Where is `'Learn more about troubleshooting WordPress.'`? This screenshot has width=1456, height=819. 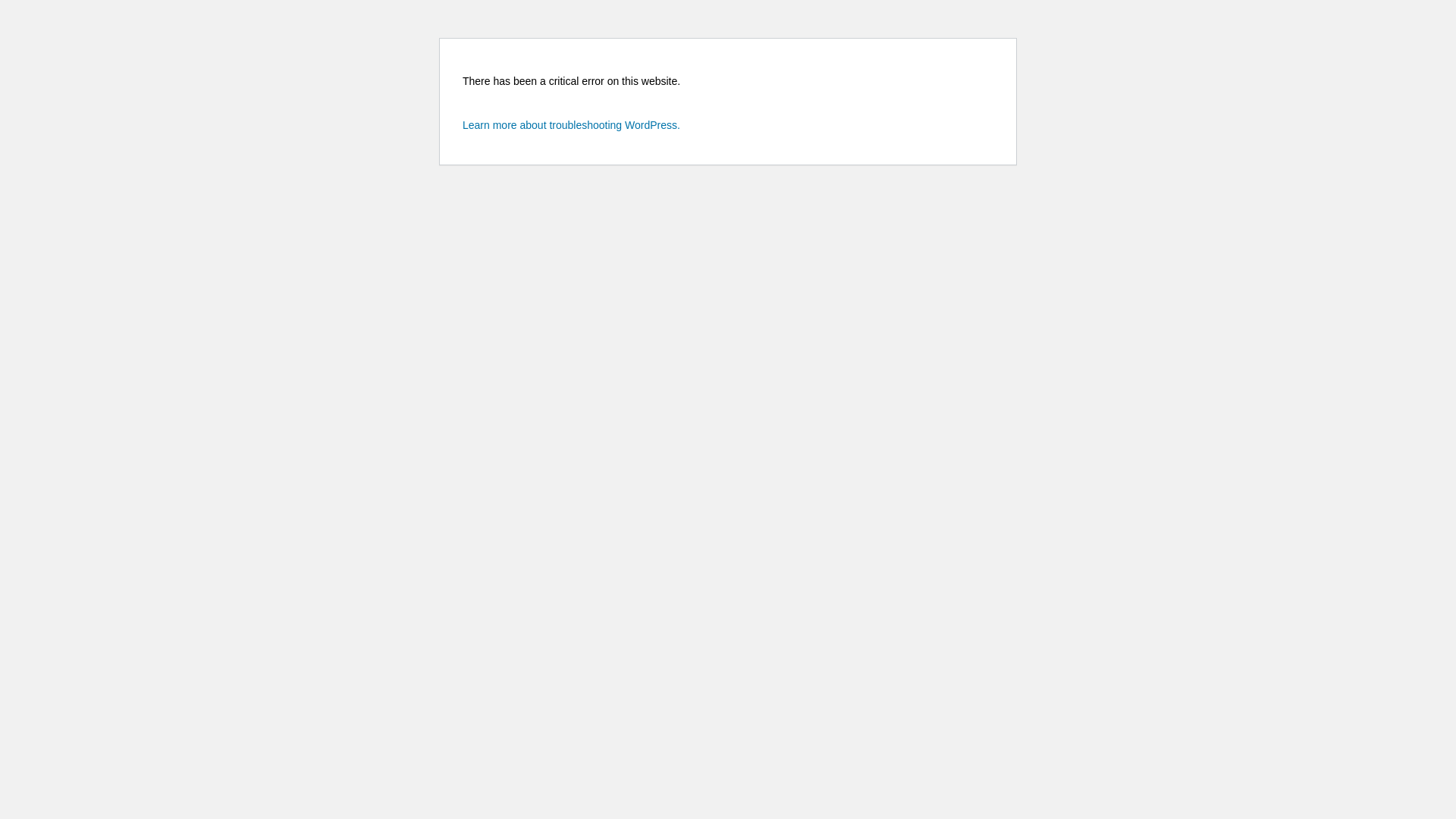 'Learn more about troubleshooting WordPress.' is located at coordinates (570, 124).